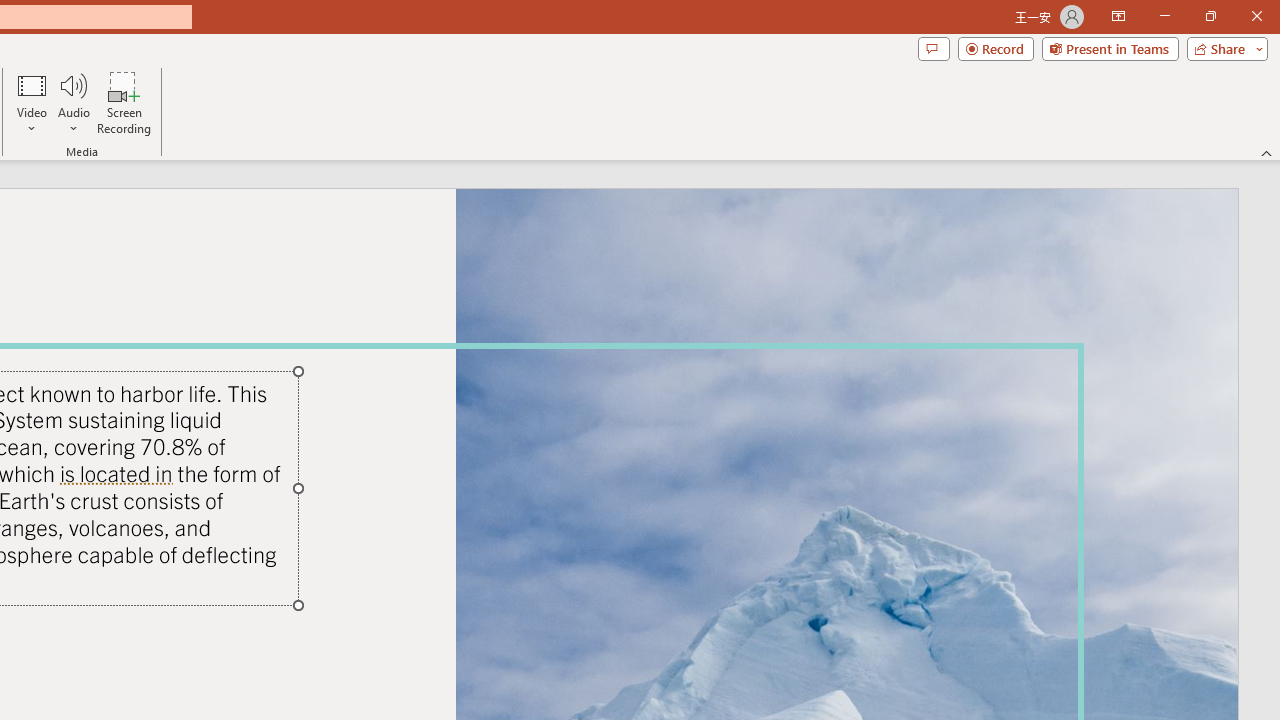 The image size is (1280, 720). I want to click on 'Collapse the Ribbon', so click(1266, 152).